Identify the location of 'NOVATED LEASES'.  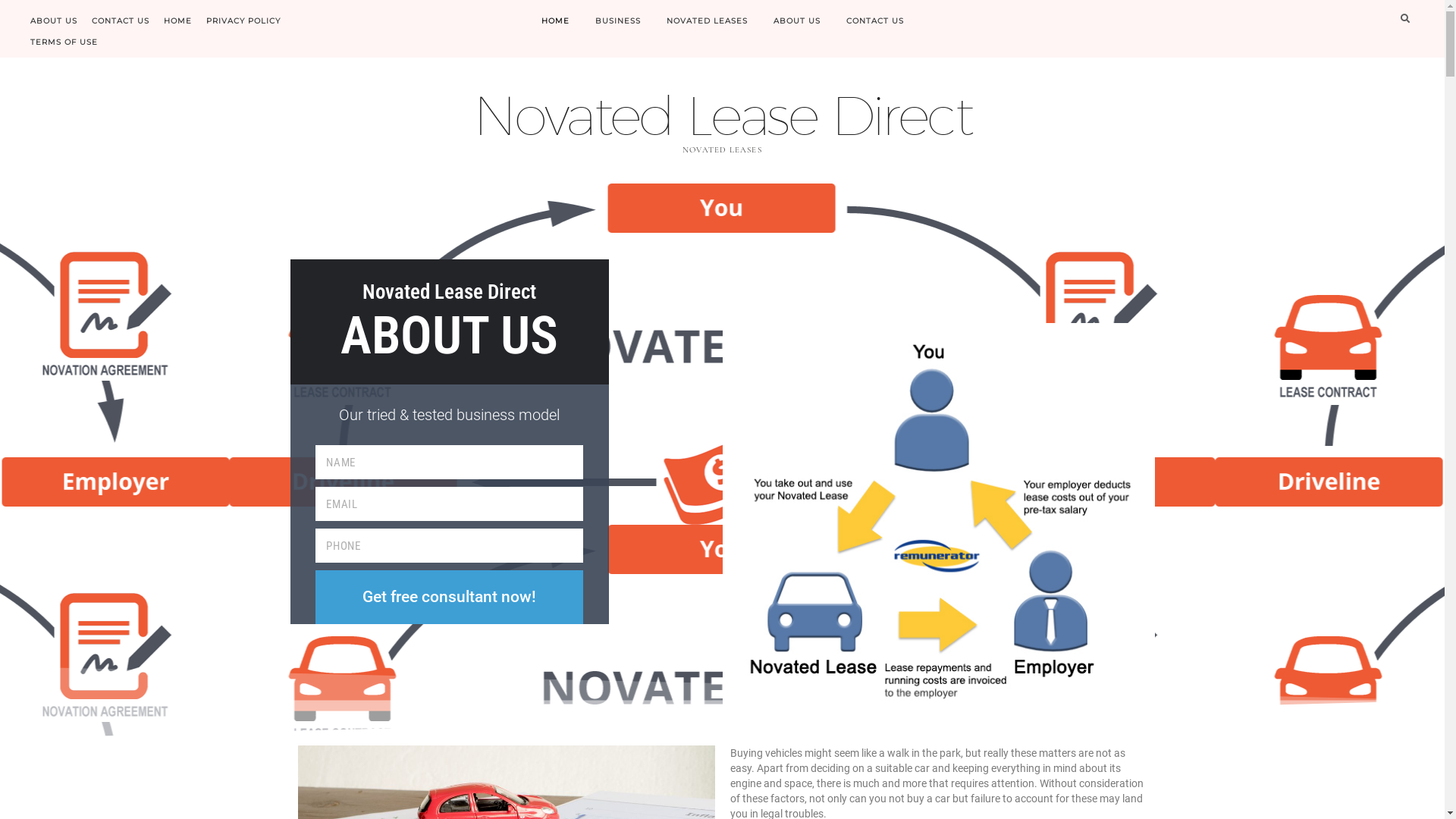
(706, 20).